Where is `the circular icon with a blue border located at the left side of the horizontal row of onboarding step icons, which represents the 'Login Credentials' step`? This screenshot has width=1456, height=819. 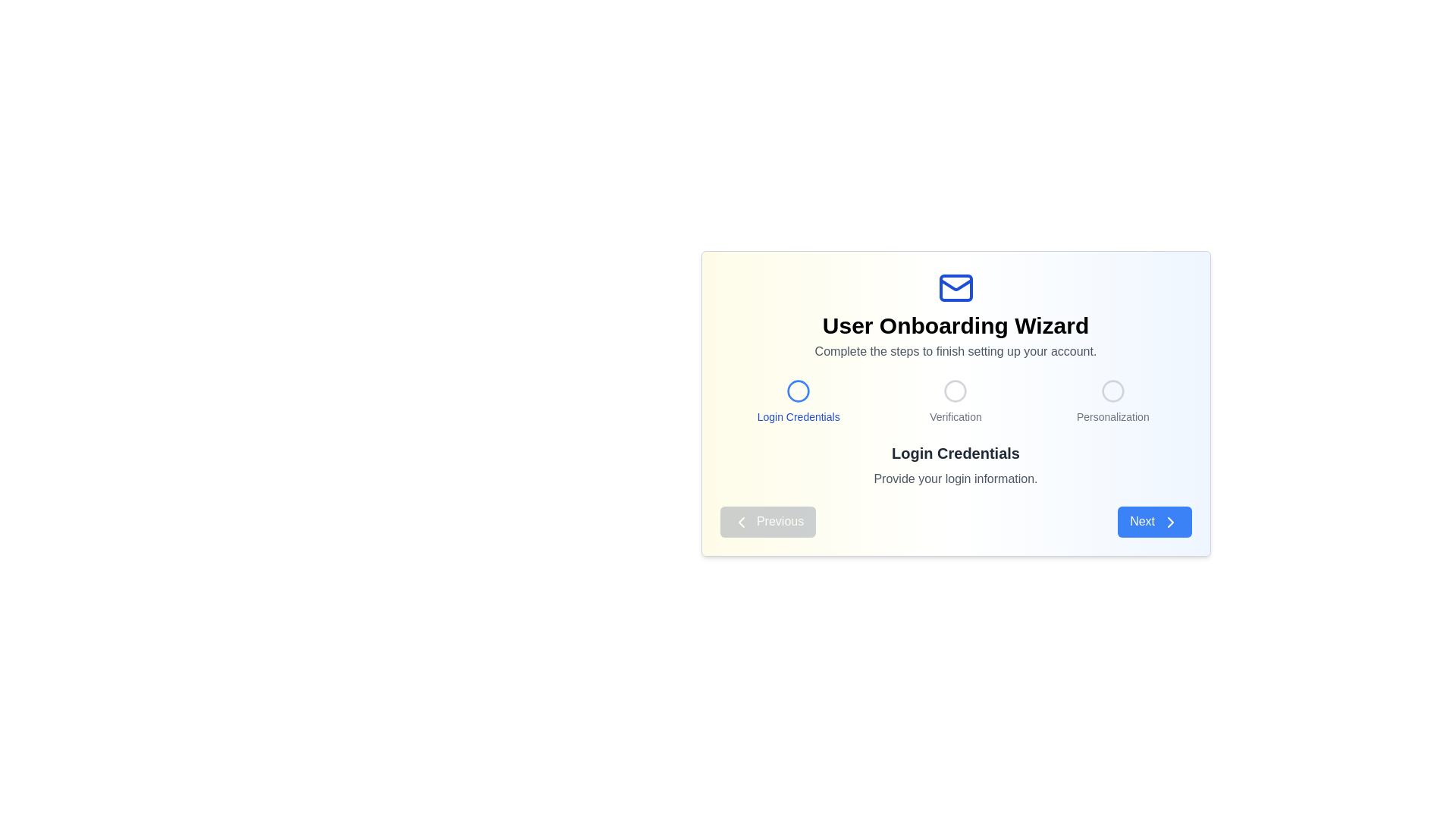 the circular icon with a blue border located at the left side of the horizontal row of onboarding step icons, which represents the 'Login Credentials' step is located at coordinates (798, 391).